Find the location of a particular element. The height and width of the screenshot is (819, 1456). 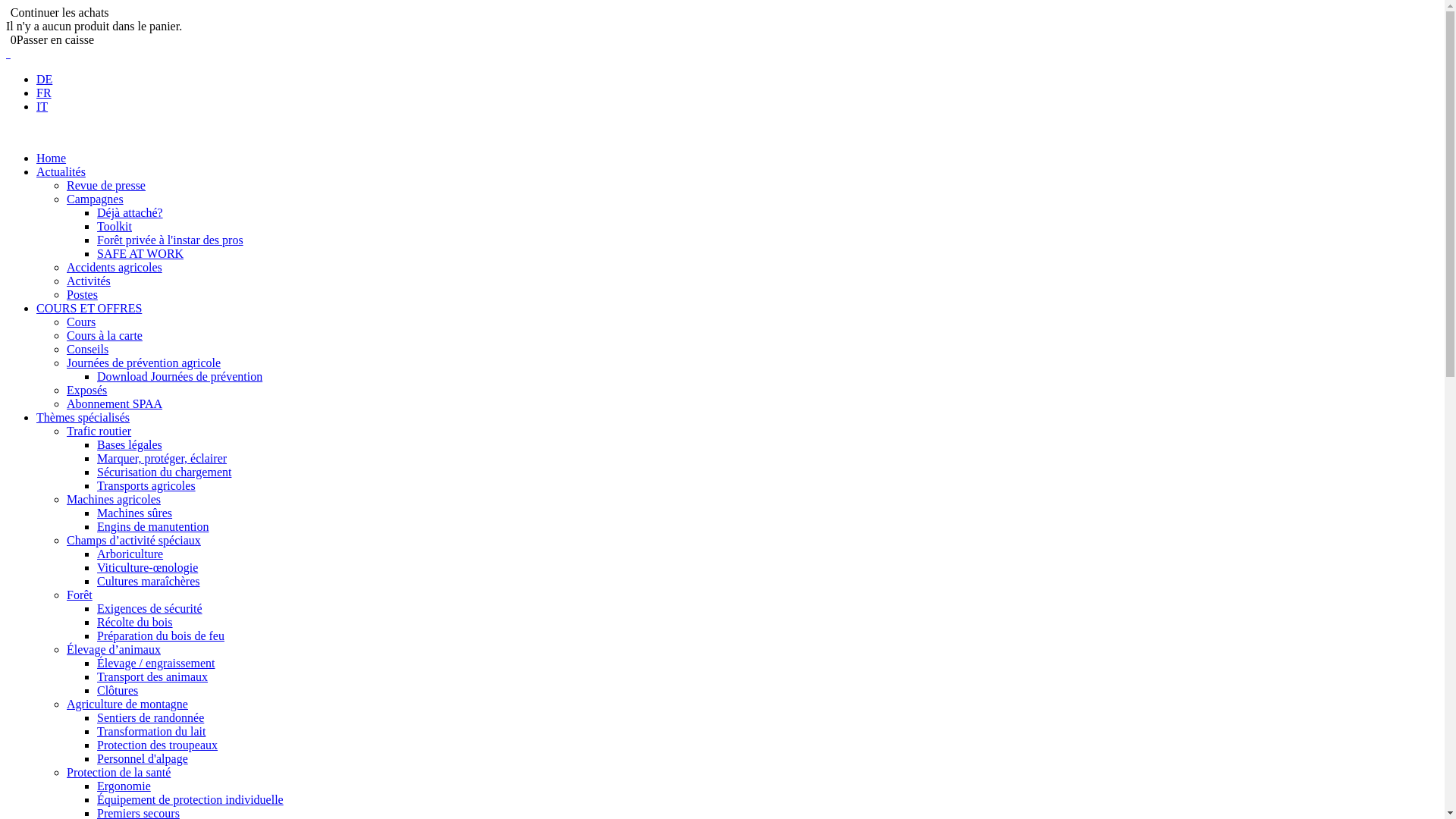

'Conseils' is located at coordinates (65, 349).